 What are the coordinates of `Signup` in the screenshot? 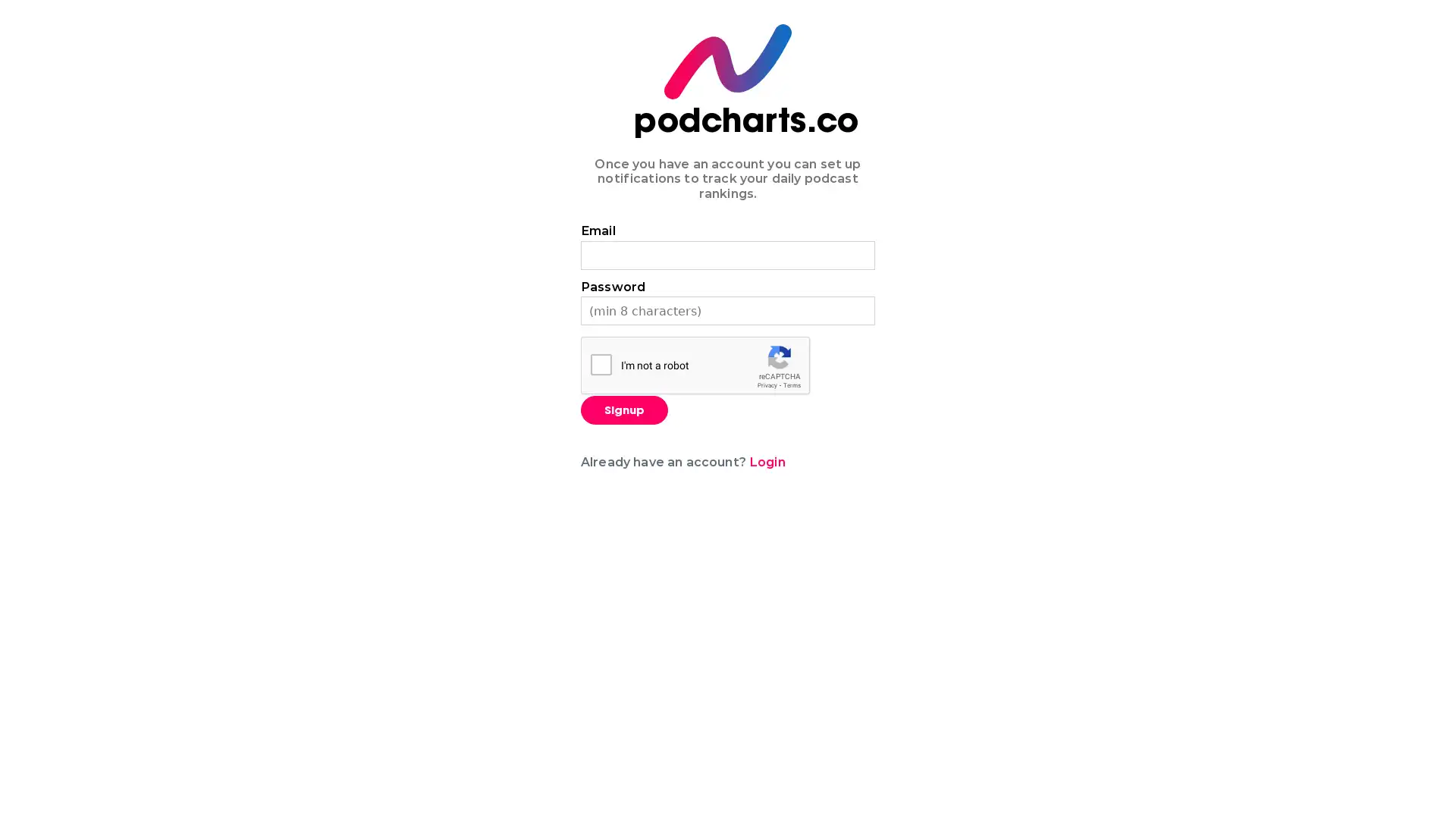 It's located at (624, 409).